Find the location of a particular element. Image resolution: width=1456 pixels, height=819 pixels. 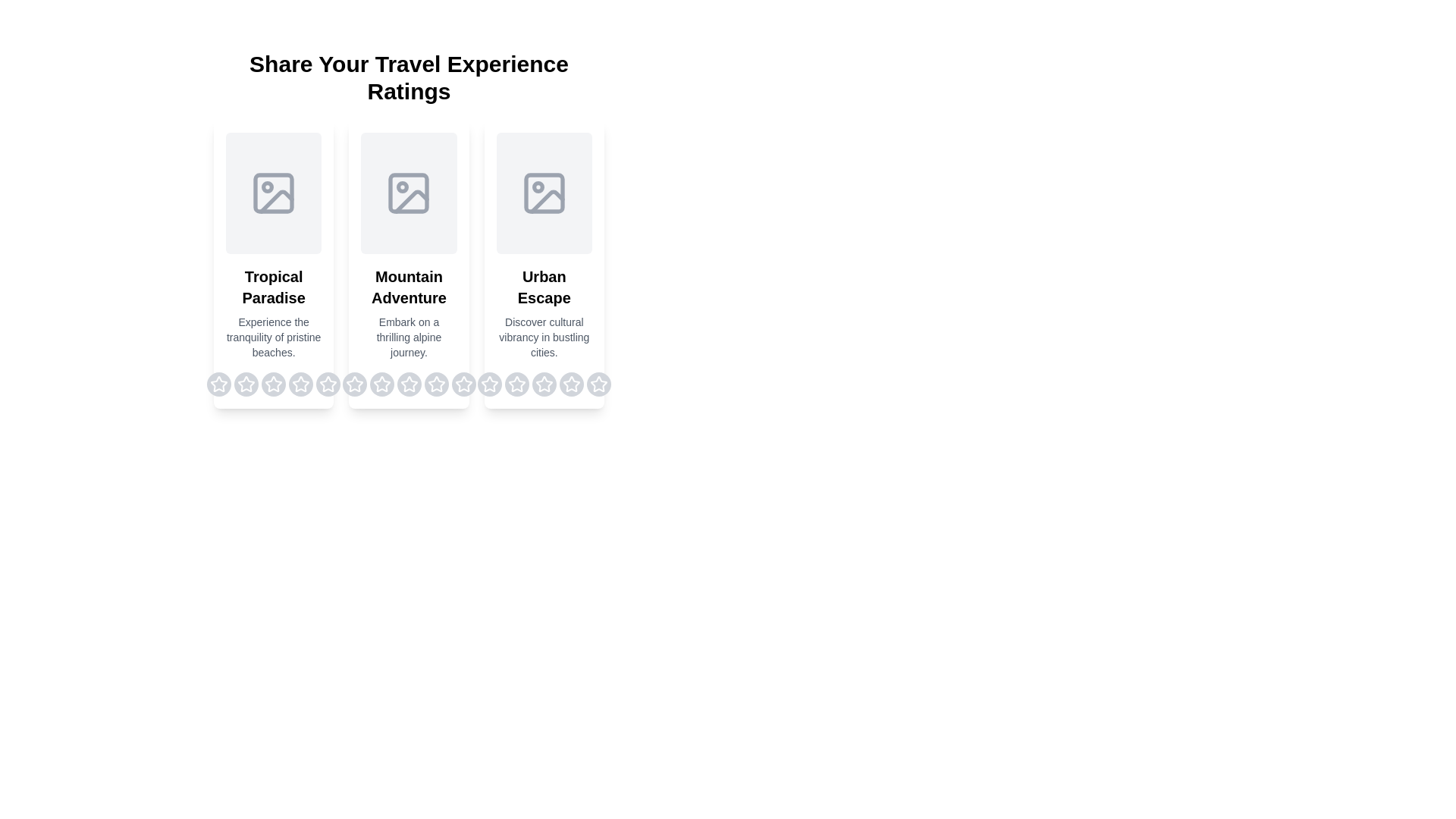

the rating for a destination to 3 stars by clicking on the corresponding star for the destination Mountain Adventure is located at coordinates (409, 383).